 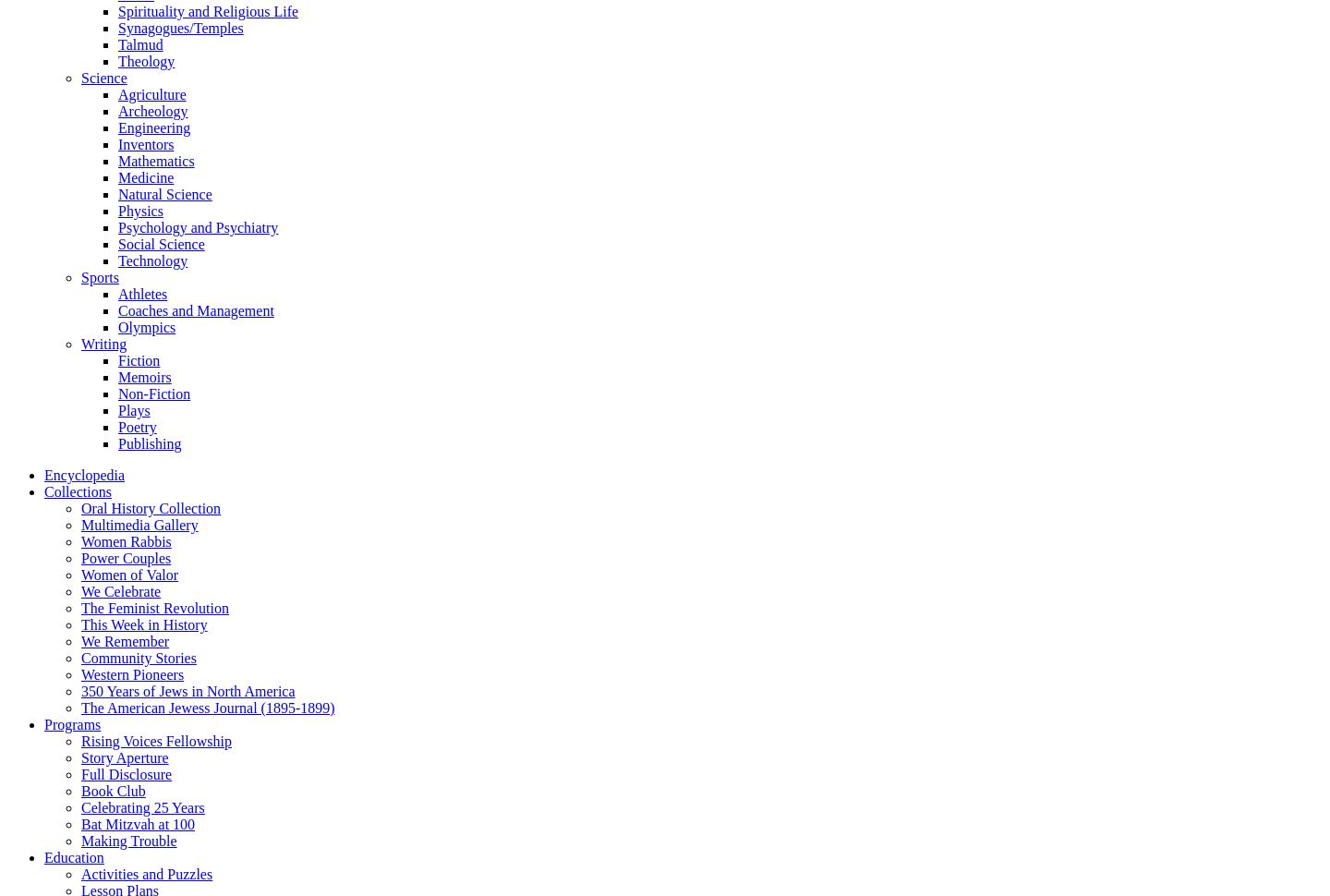 I want to click on 'Engineering', so click(x=153, y=127).